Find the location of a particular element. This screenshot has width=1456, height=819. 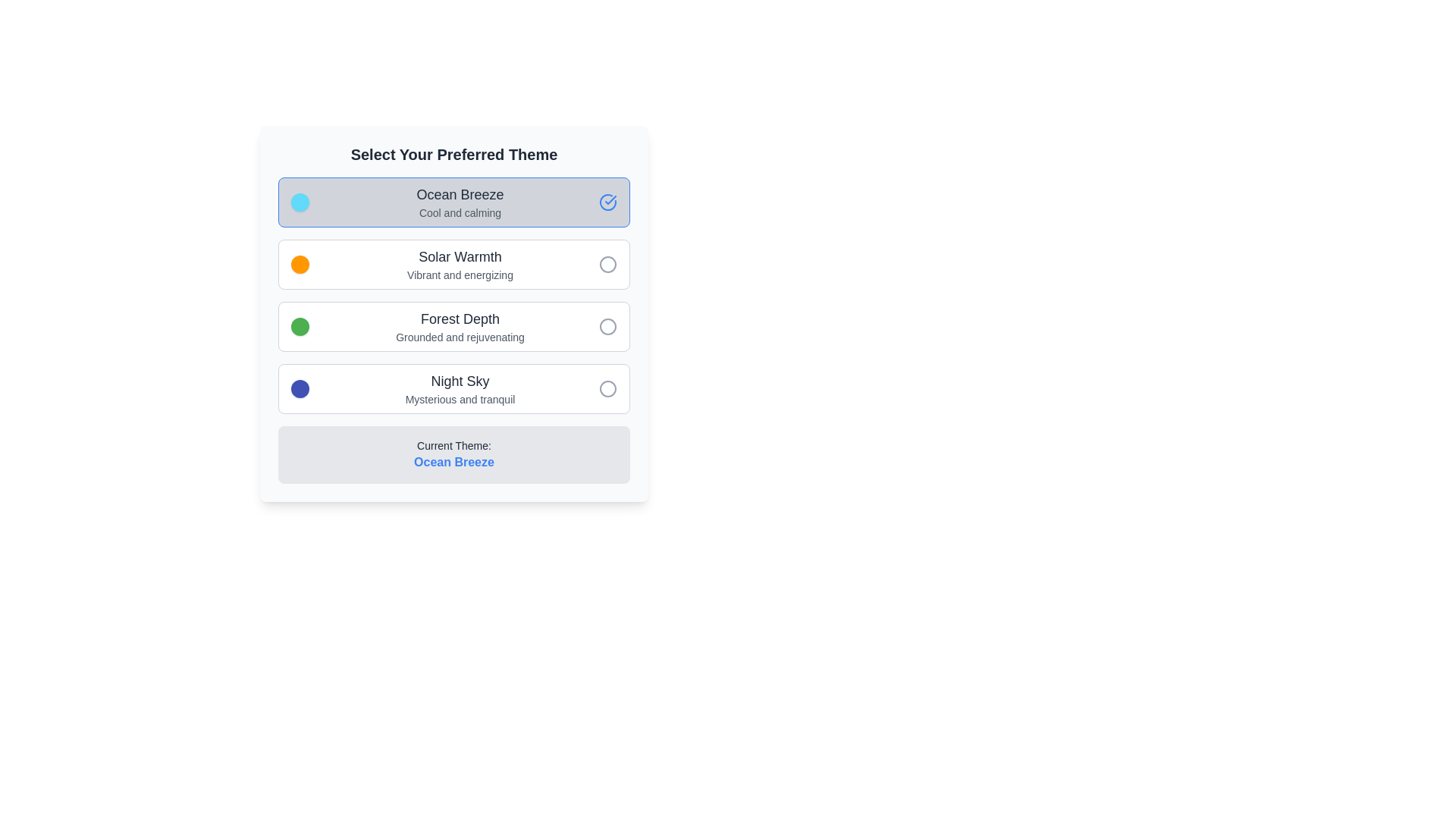

the small circular Color indicator with a blue background located in the 'Night Sky' themed section under 'Select Your Preferred Theme' is located at coordinates (300, 388).